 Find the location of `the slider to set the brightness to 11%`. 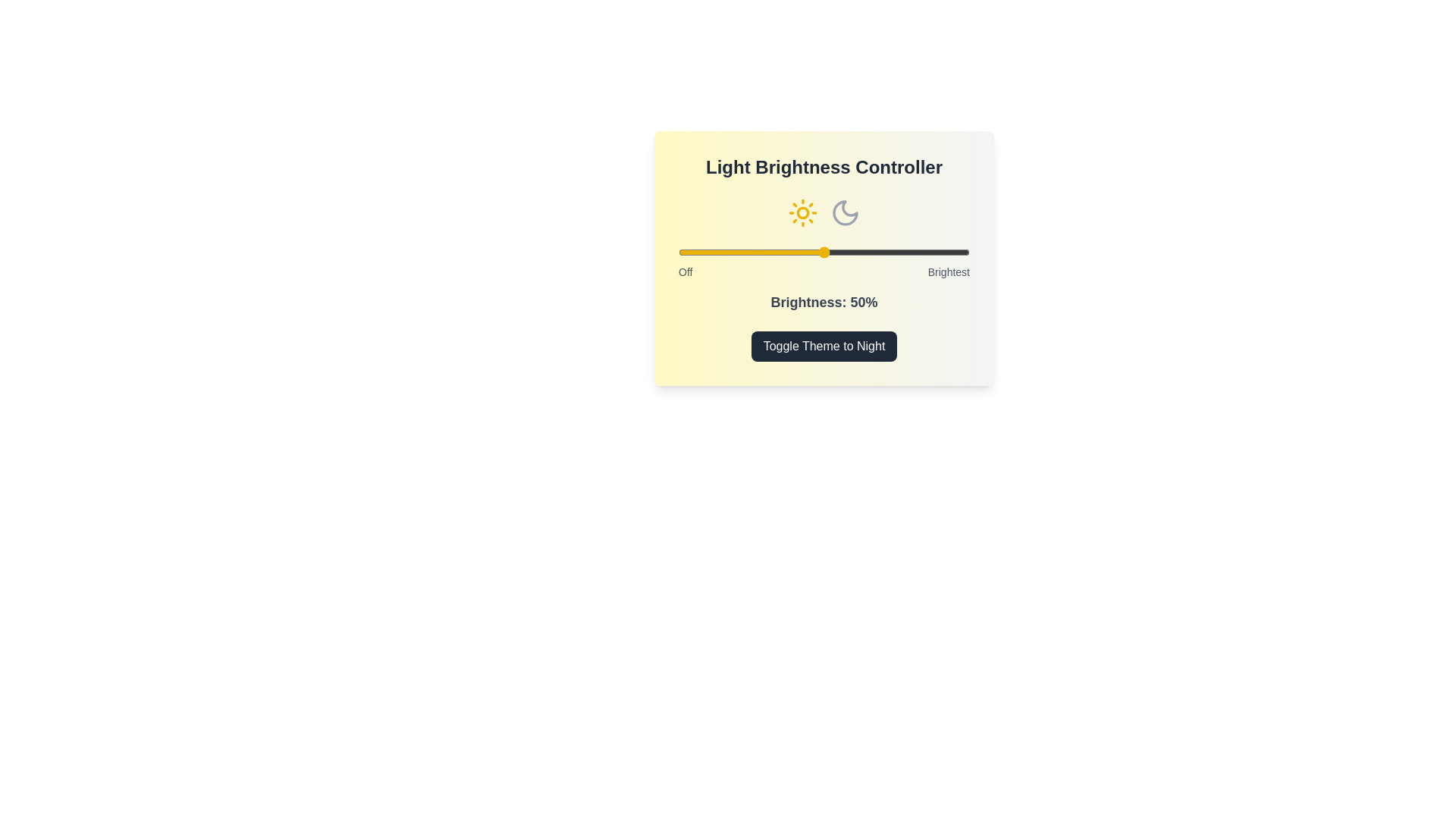

the slider to set the brightness to 11% is located at coordinates (710, 251).